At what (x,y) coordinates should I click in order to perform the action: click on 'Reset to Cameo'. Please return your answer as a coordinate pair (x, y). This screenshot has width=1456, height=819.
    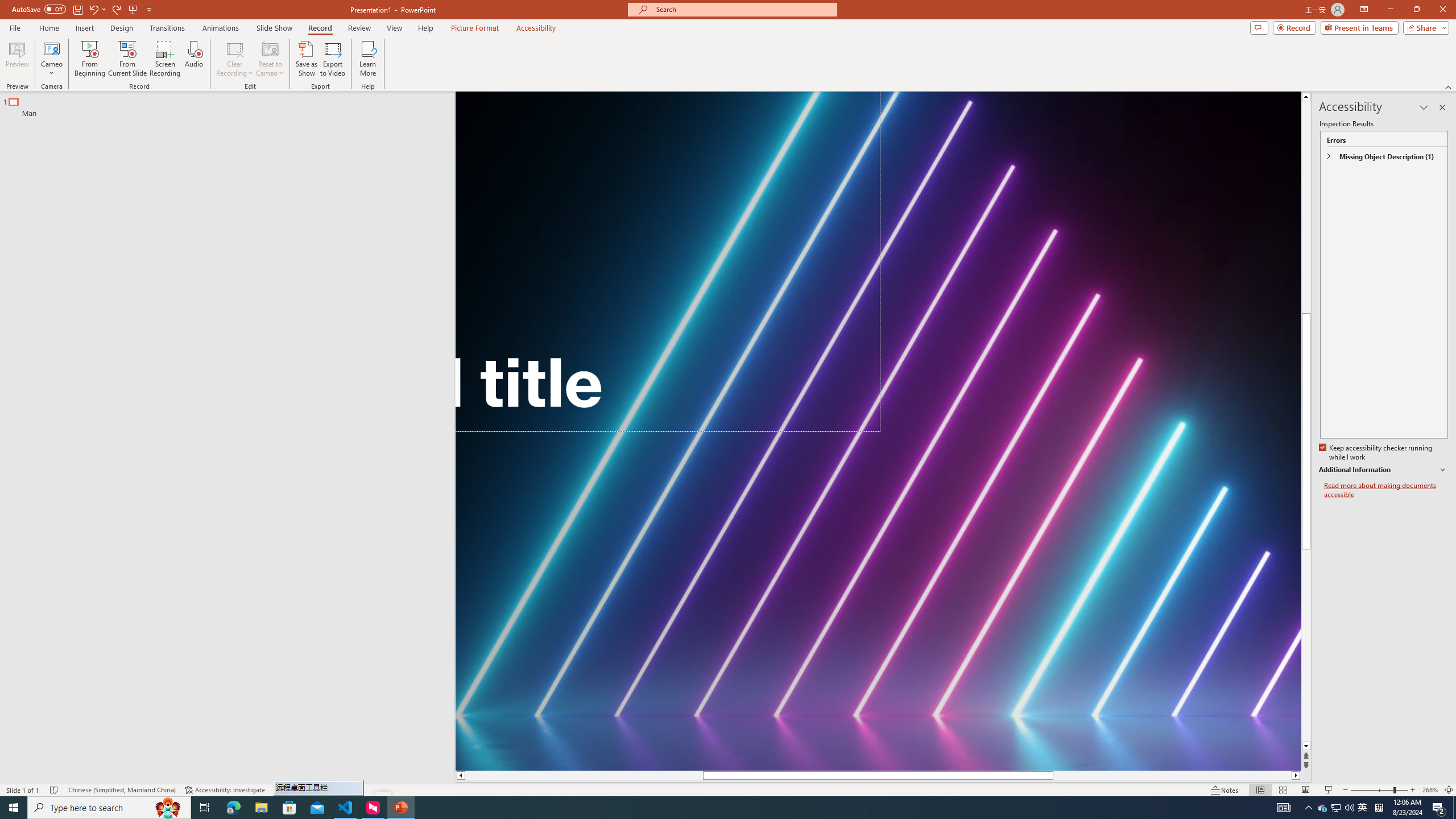
    Looking at the image, I should click on (269, 59).